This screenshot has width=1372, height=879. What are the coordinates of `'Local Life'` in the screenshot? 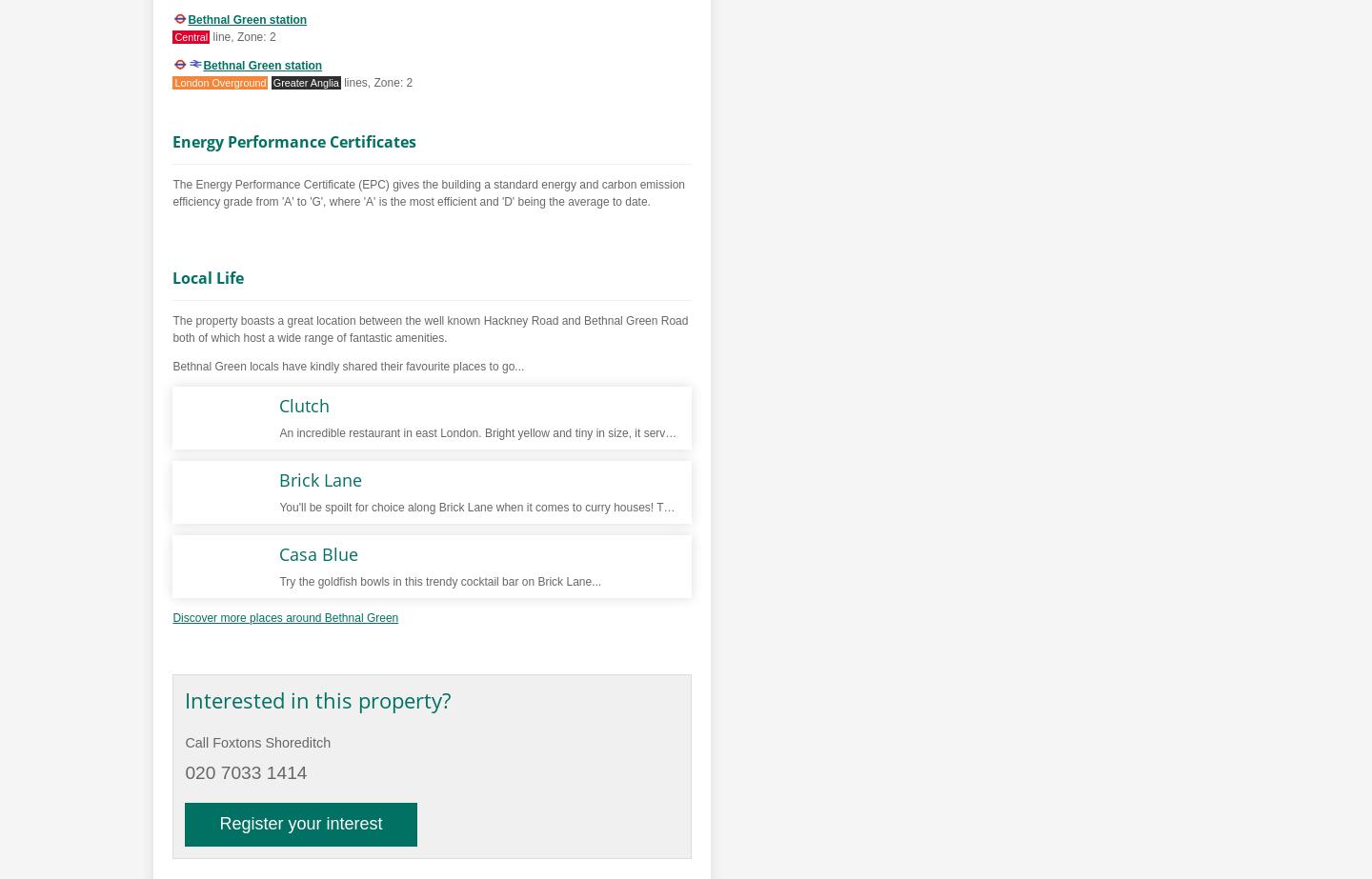 It's located at (208, 278).